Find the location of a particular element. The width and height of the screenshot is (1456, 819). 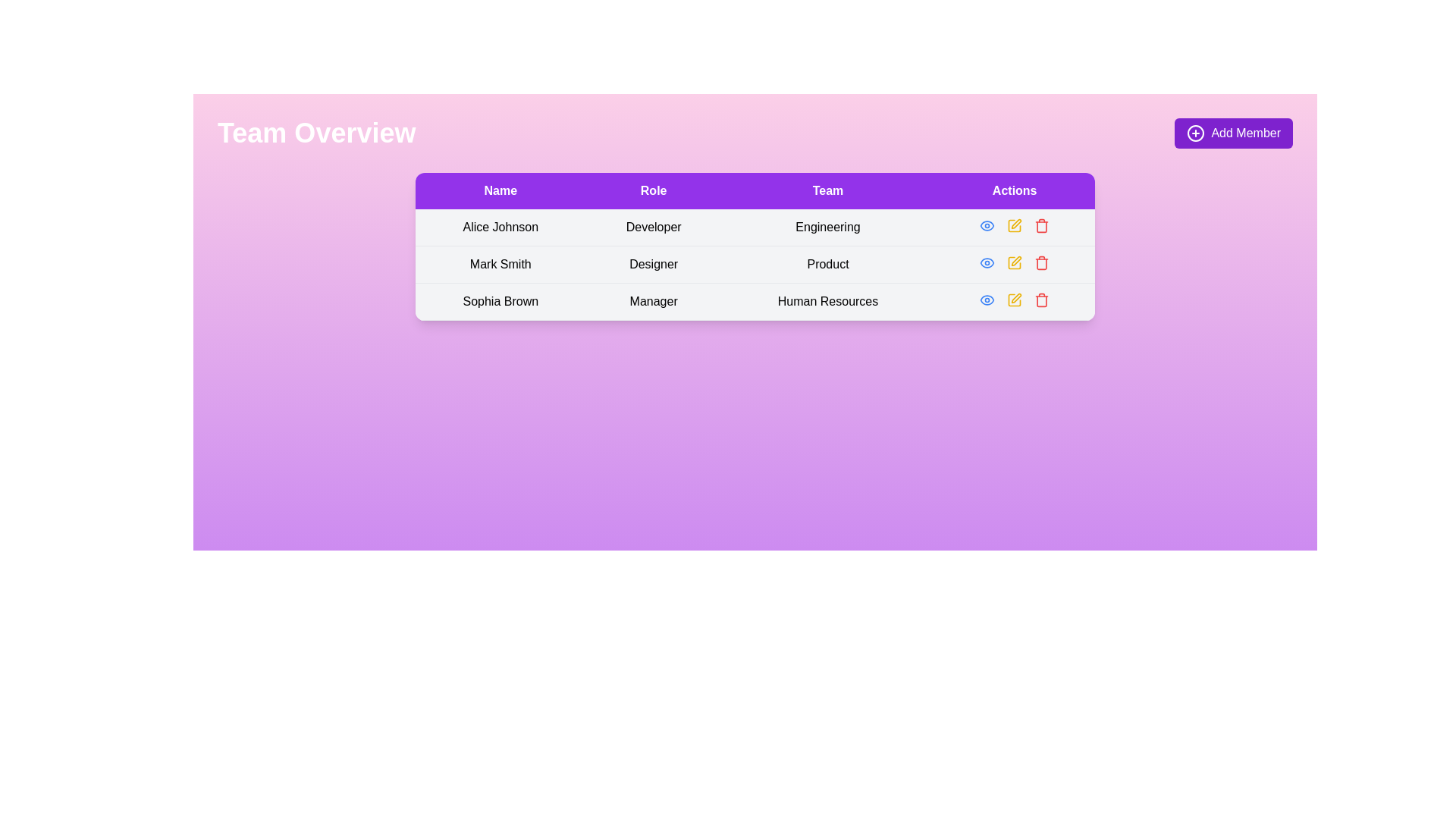

the text cell displaying 'Product' in the 'Team' column under the row labeled 'Mark Smith.' is located at coordinates (827, 263).